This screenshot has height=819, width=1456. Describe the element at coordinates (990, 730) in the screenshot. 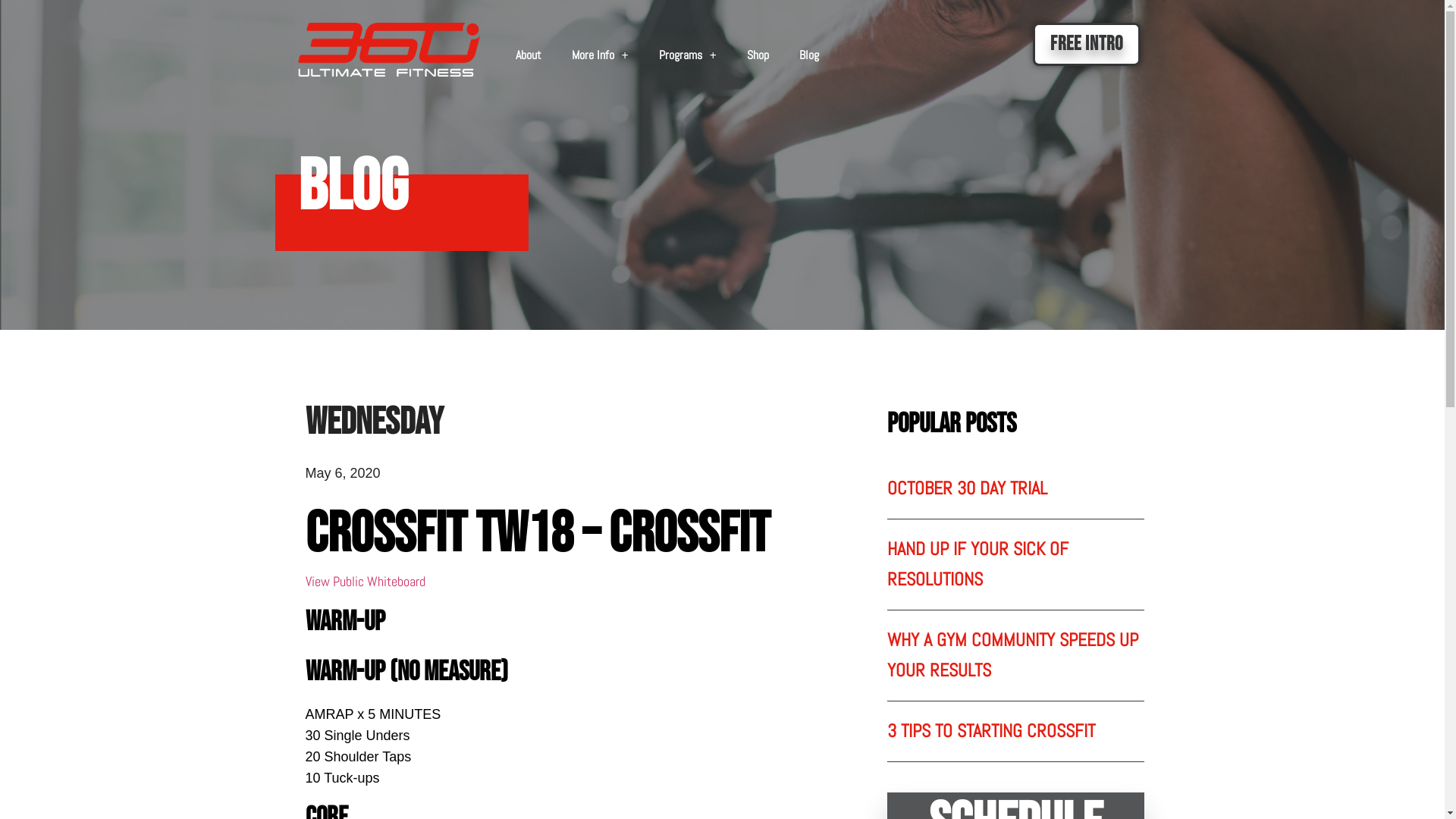

I see `'3 TIPS TO STARTING CROSSFIT'` at that location.